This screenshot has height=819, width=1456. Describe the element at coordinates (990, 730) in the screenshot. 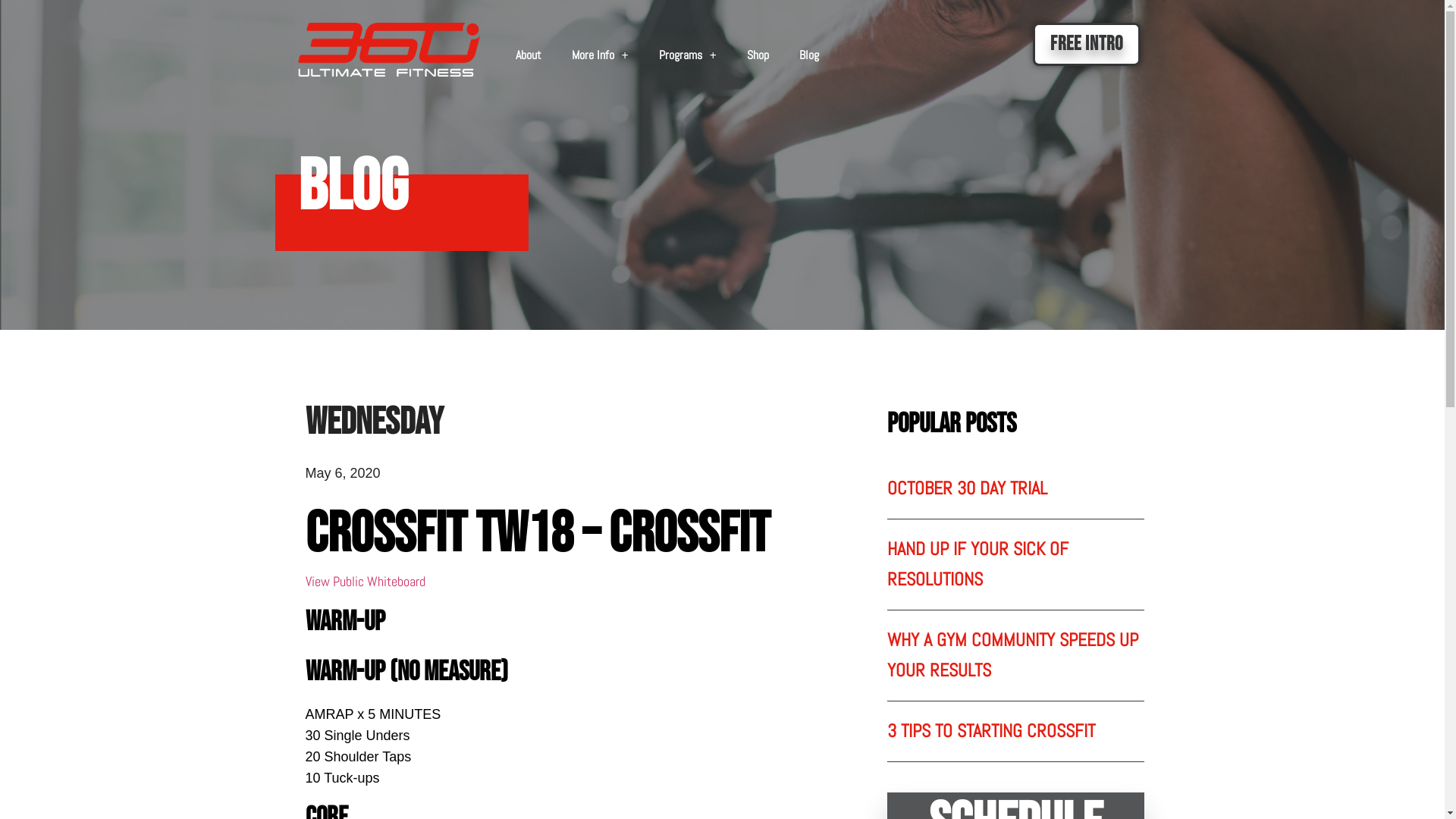

I see `'3 TIPS TO STARTING CROSSFIT'` at that location.